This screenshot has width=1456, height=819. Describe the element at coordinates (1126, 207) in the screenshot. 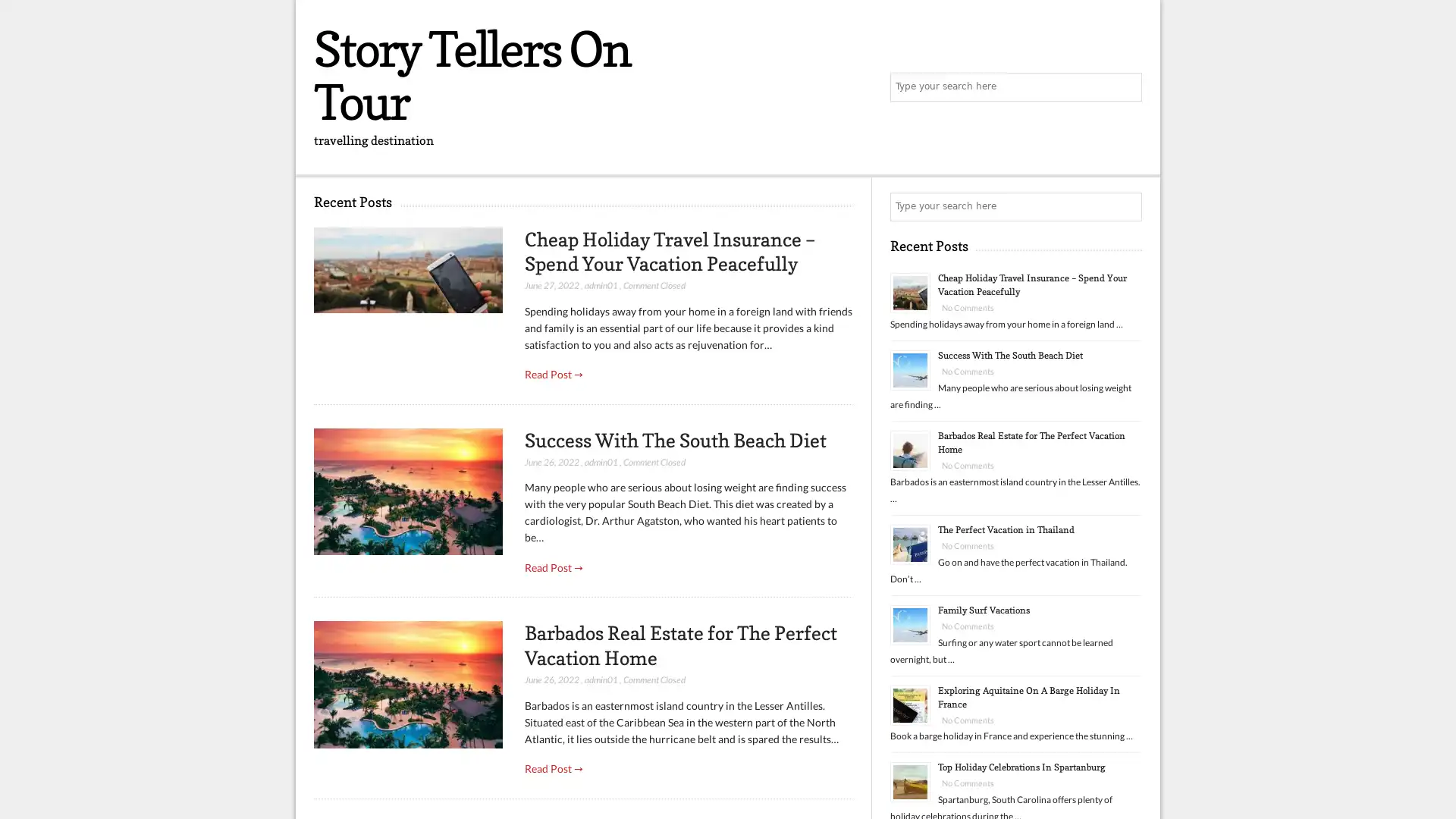

I see `Search` at that location.